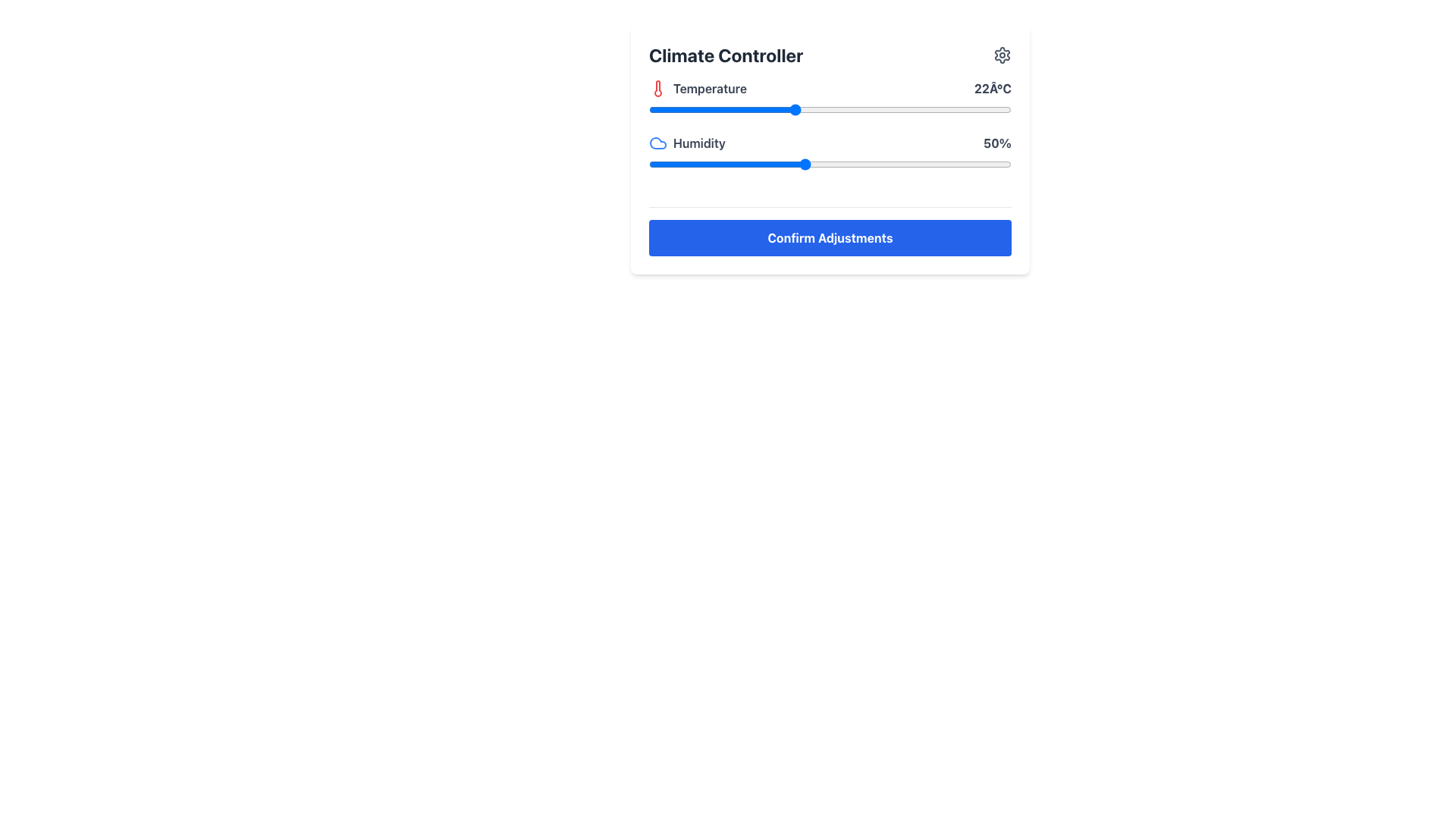  Describe the element at coordinates (926, 109) in the screenshot. I see `the temperature` at that location.